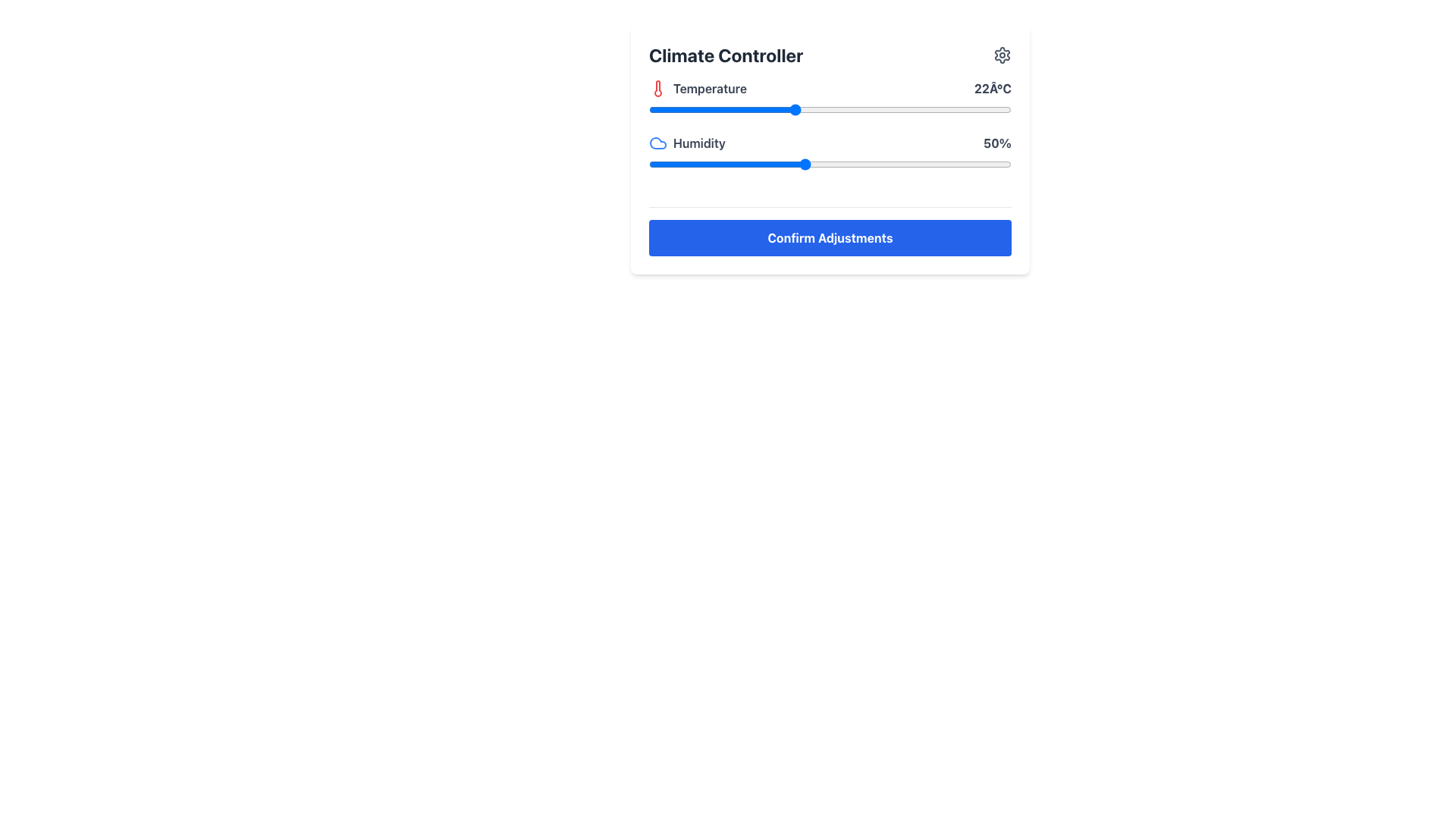  Describe the element at coordinates (926, 109) in the screenshot. I see `the temperature` at that location.